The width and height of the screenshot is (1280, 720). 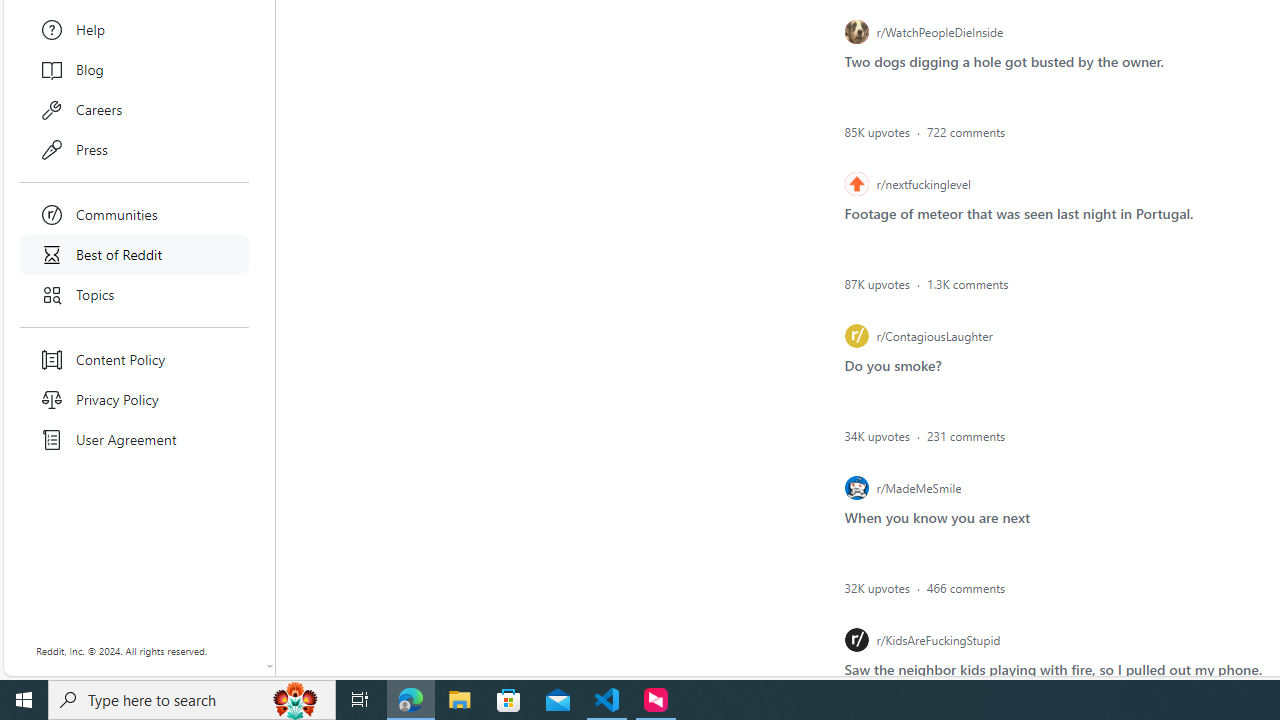 I want to click on 'Press', so click(x=134, y=149).